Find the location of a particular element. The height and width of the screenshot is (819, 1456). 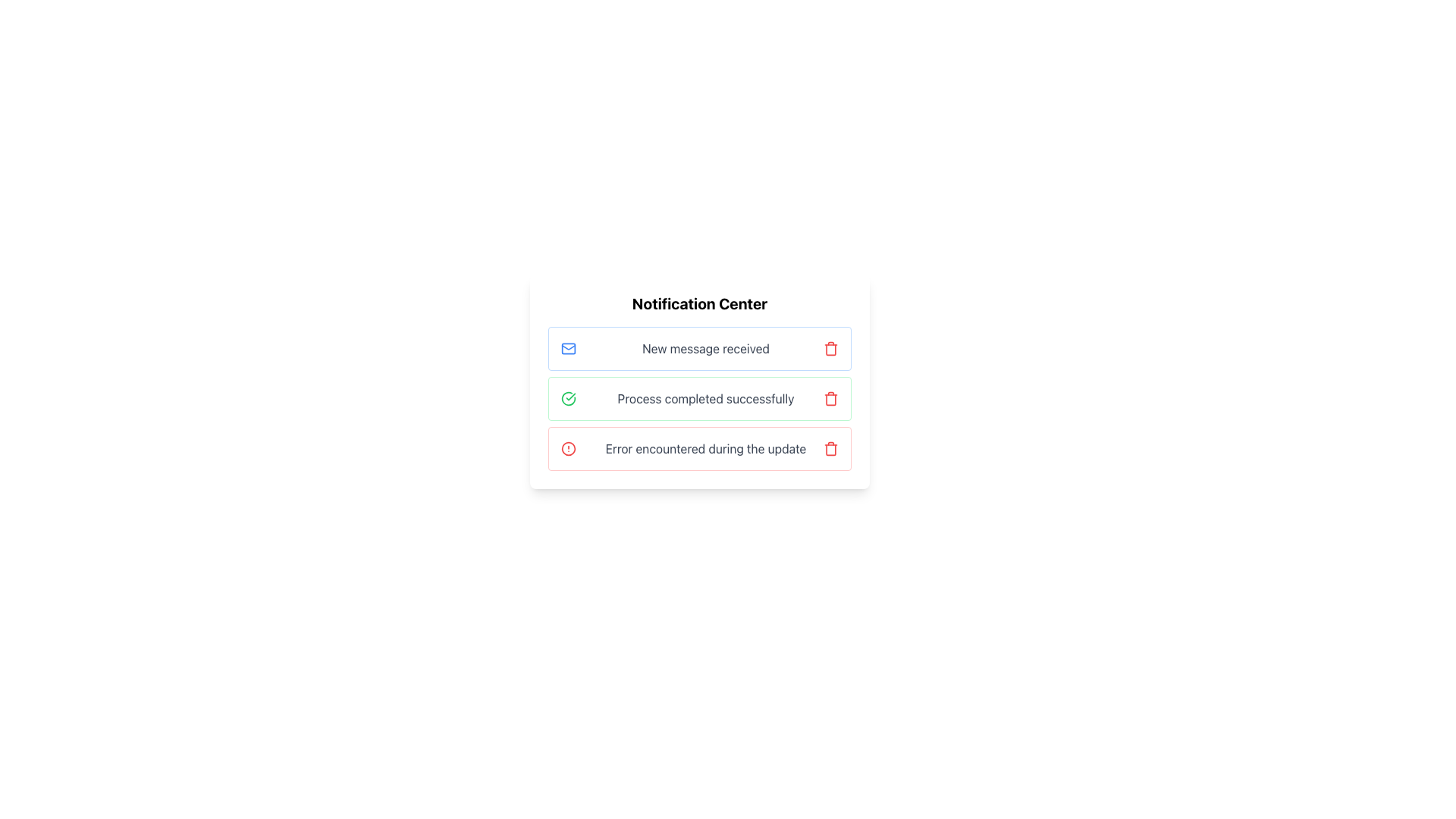

the envelope-shaped icon with a blue outline located to the left of the 'New message received' text in the notification panel is located at coordinates (567, 348).